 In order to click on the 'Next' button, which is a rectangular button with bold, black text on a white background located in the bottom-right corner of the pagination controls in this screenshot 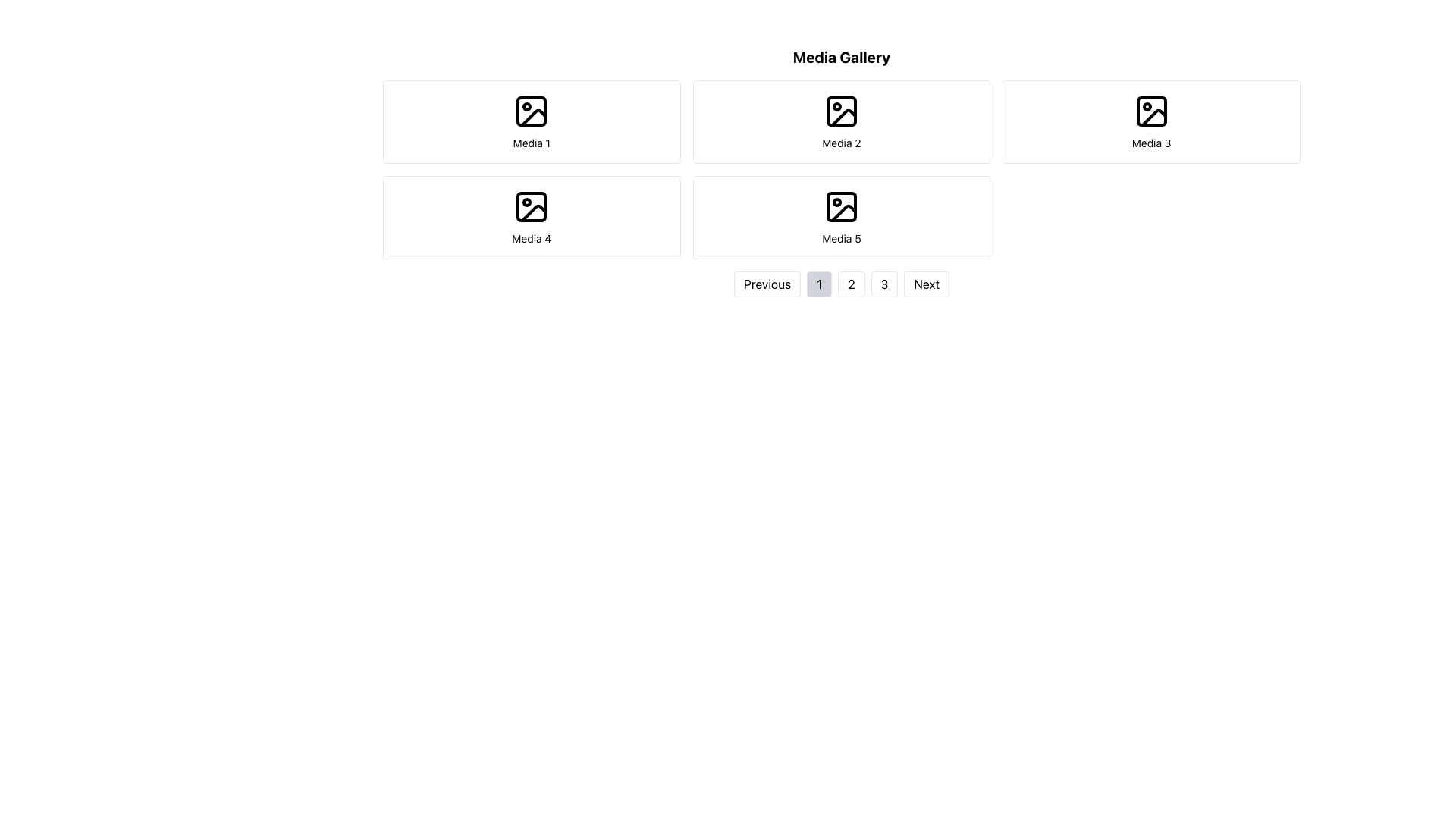, I will do `click(926, 284)`.